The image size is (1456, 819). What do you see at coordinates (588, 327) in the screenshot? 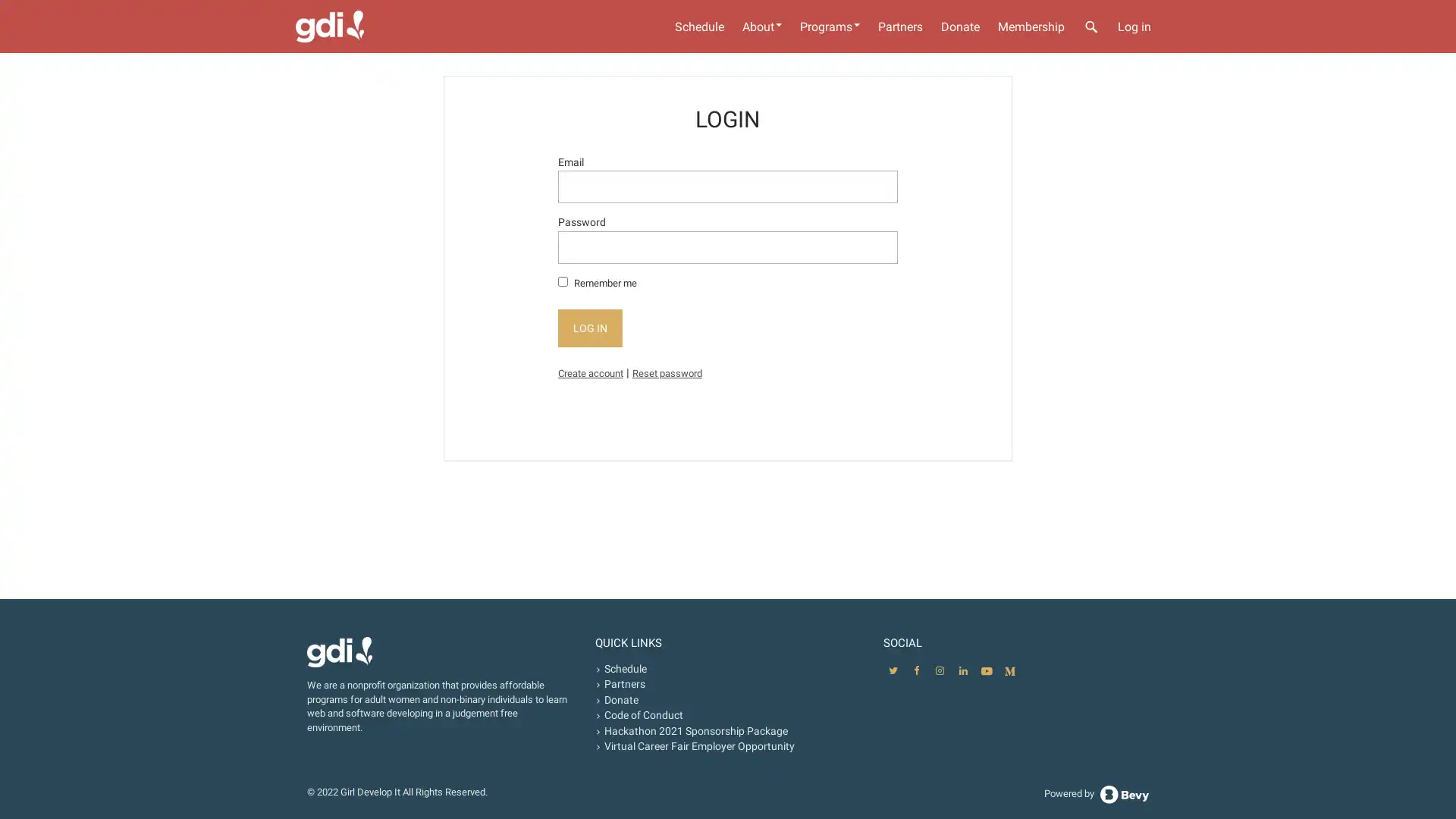
I see `LOG IN` at bounding box center [588, 327].